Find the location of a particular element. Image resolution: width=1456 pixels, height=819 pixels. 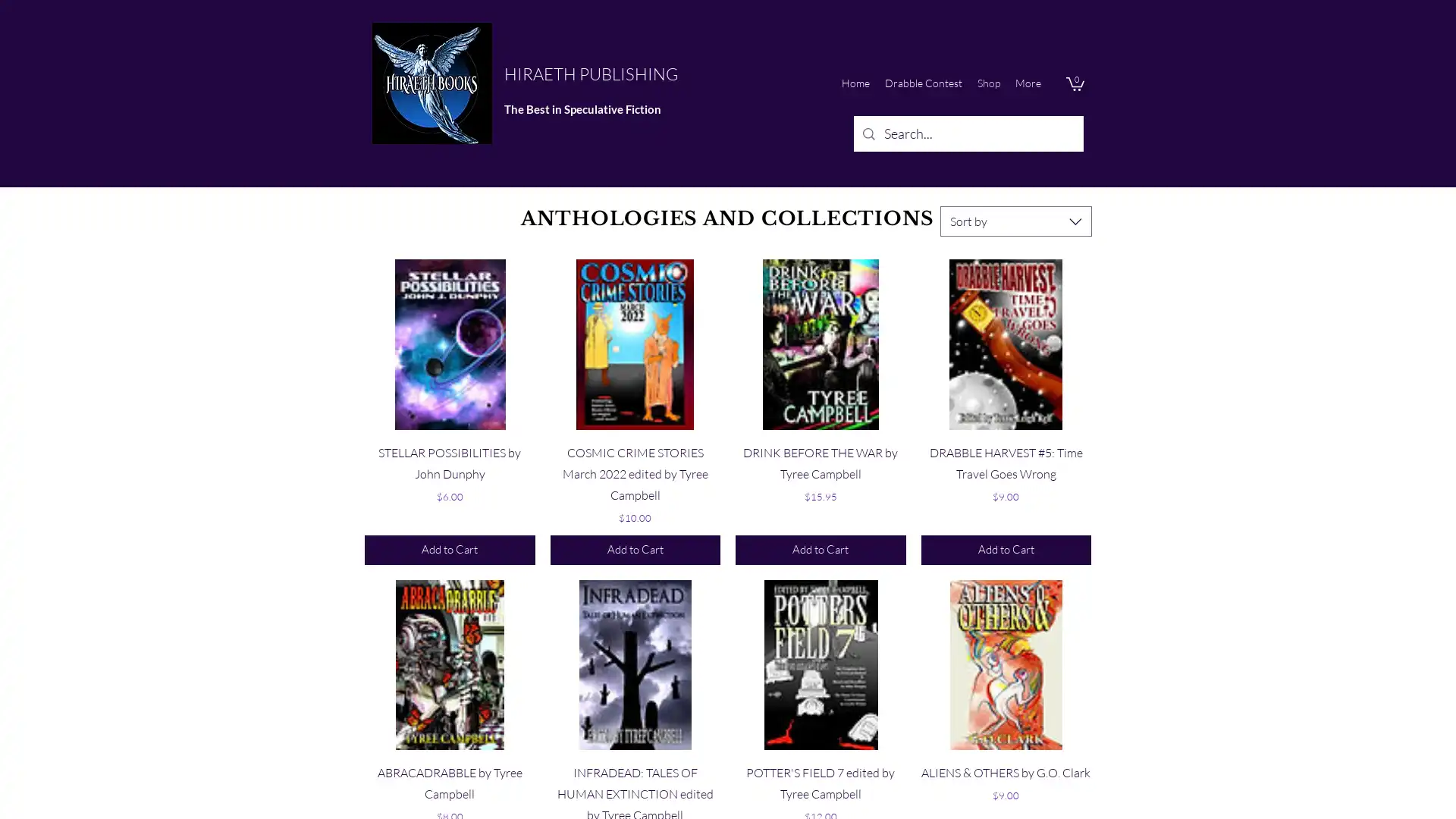

Add to Cart is located at coordinates (449, 550).